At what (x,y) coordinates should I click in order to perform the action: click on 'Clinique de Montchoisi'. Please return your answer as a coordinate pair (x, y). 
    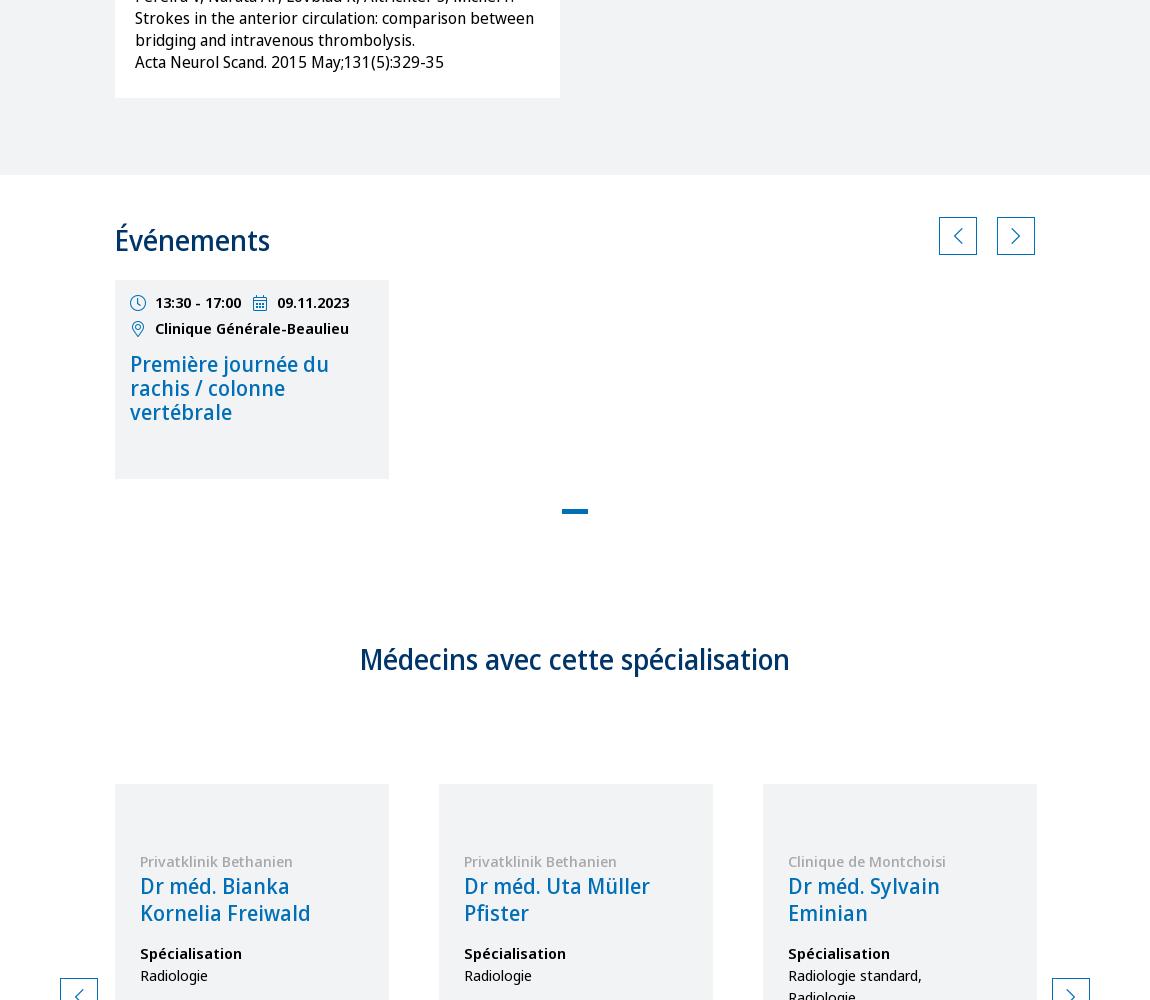
    Looking at the image, I should click on (866, 860).